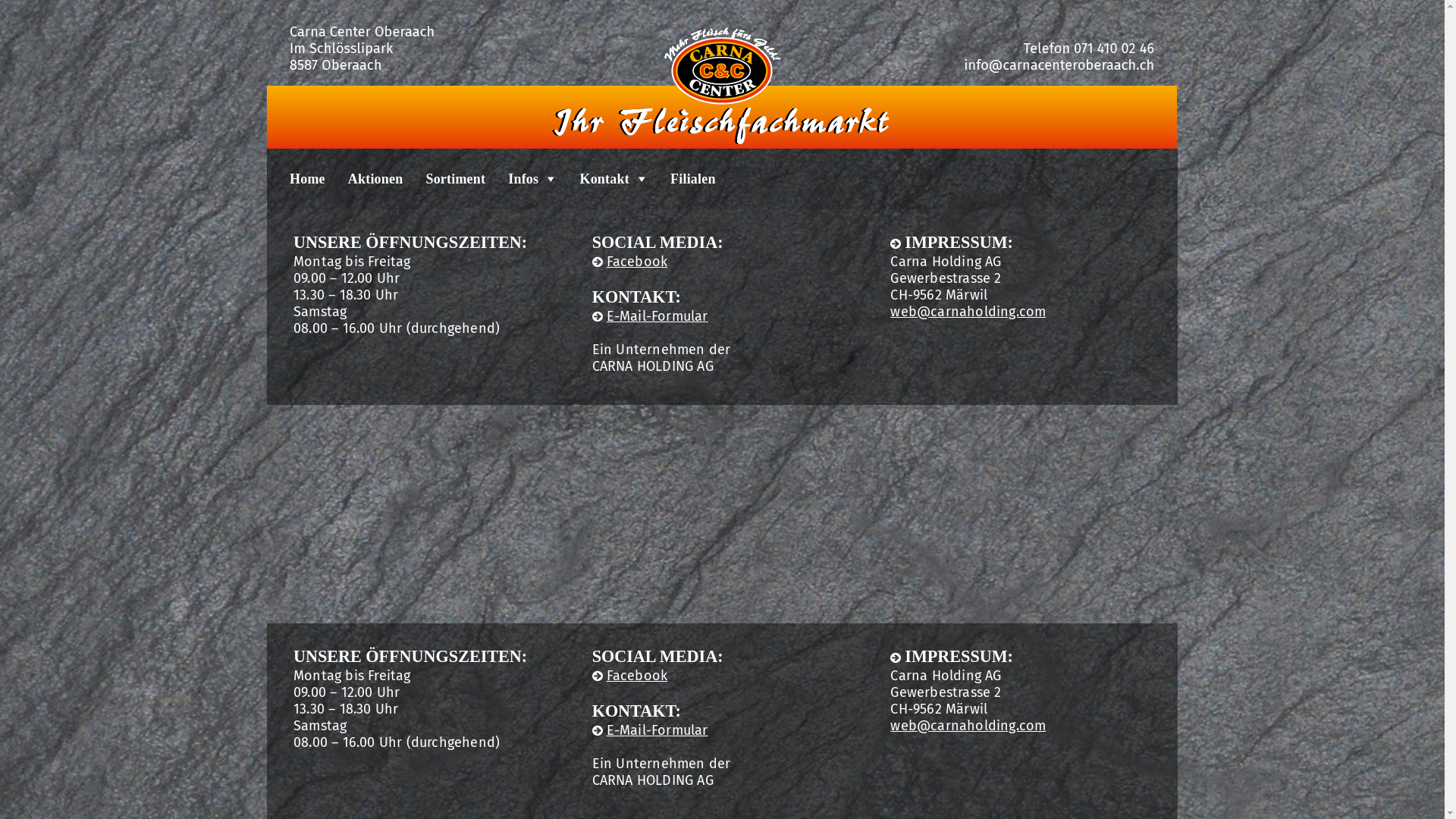  Describe the element at coordinates (364, 177) in the screenshot. I see `'Aktionen'` at that location.